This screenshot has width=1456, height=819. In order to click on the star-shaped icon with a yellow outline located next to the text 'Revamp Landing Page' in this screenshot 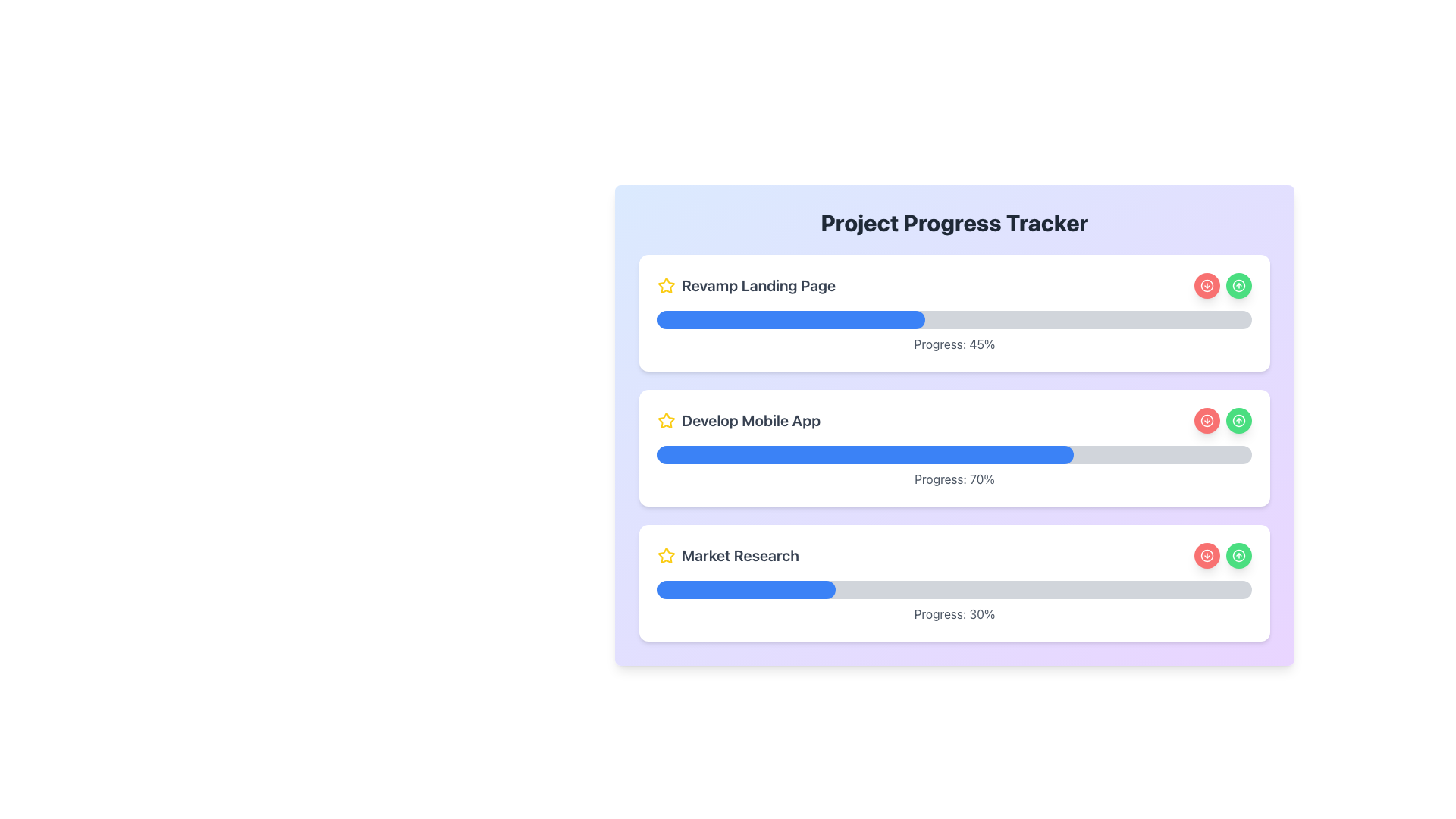, I will do `click(666, 286)`.